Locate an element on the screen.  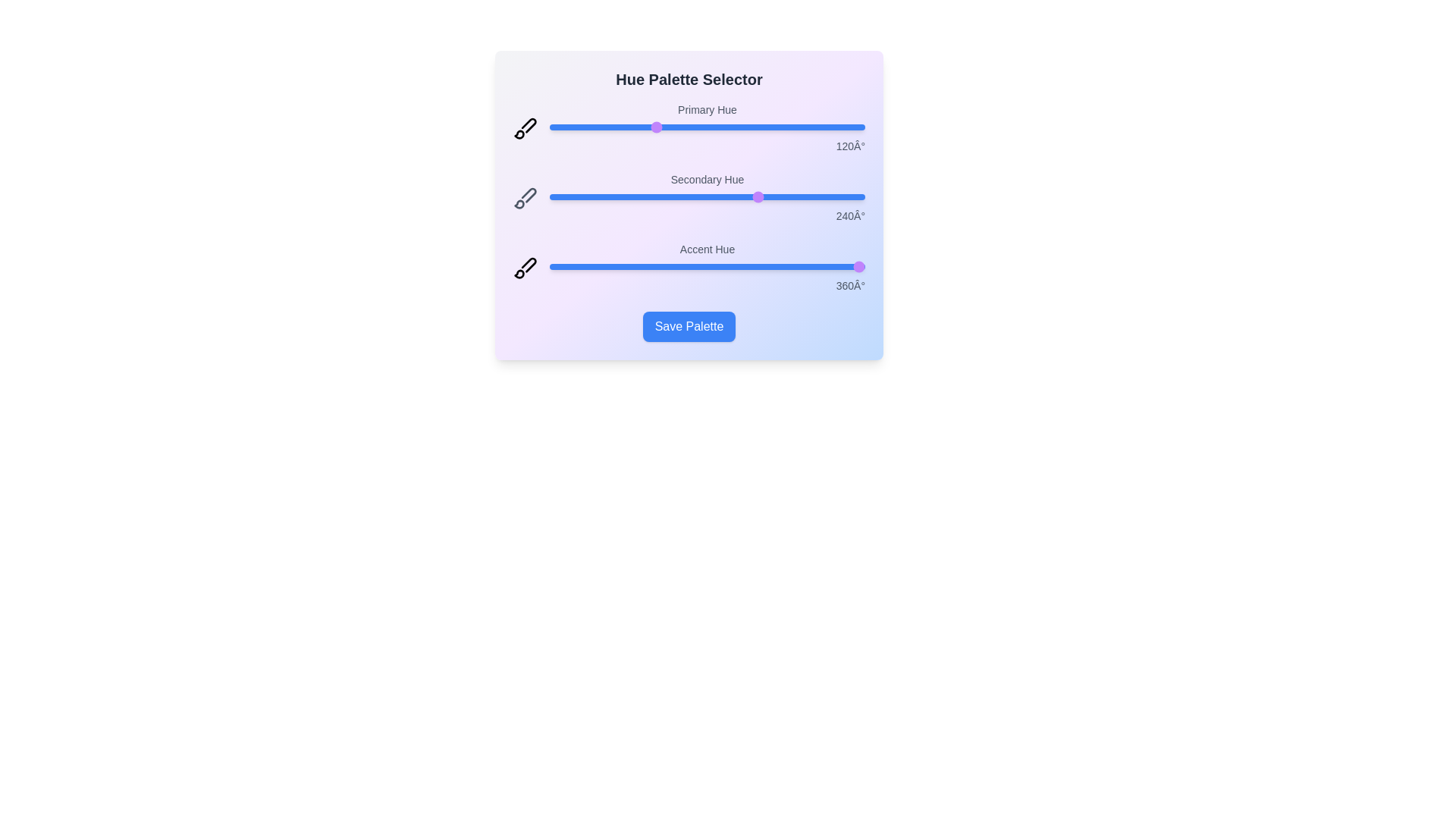
the 'Accent Hue' slider to 64 degrees is located at coordinates (604, 265).